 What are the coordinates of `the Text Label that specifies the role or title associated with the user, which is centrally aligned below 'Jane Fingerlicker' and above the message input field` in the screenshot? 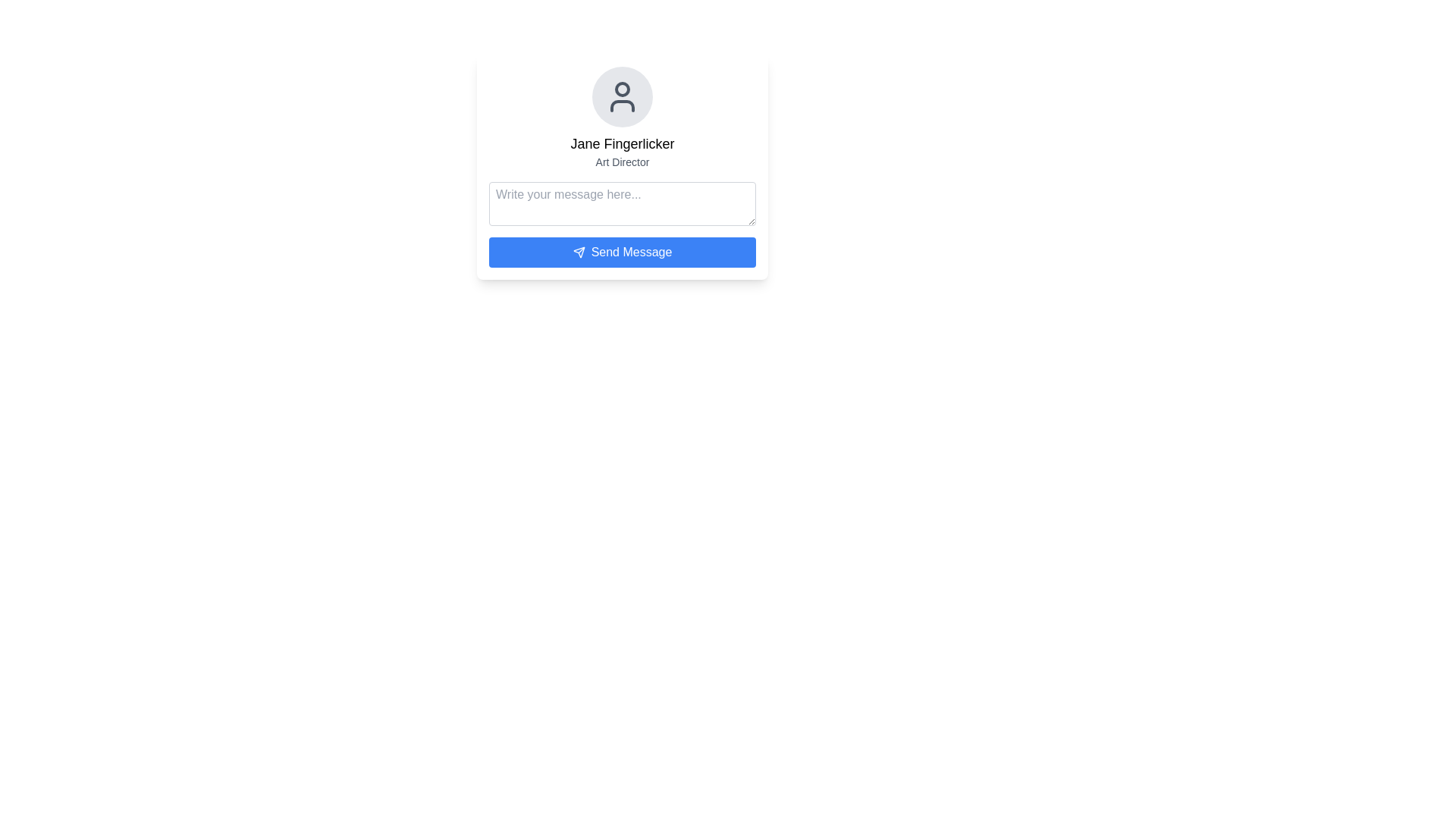 It's located at (622, 162).